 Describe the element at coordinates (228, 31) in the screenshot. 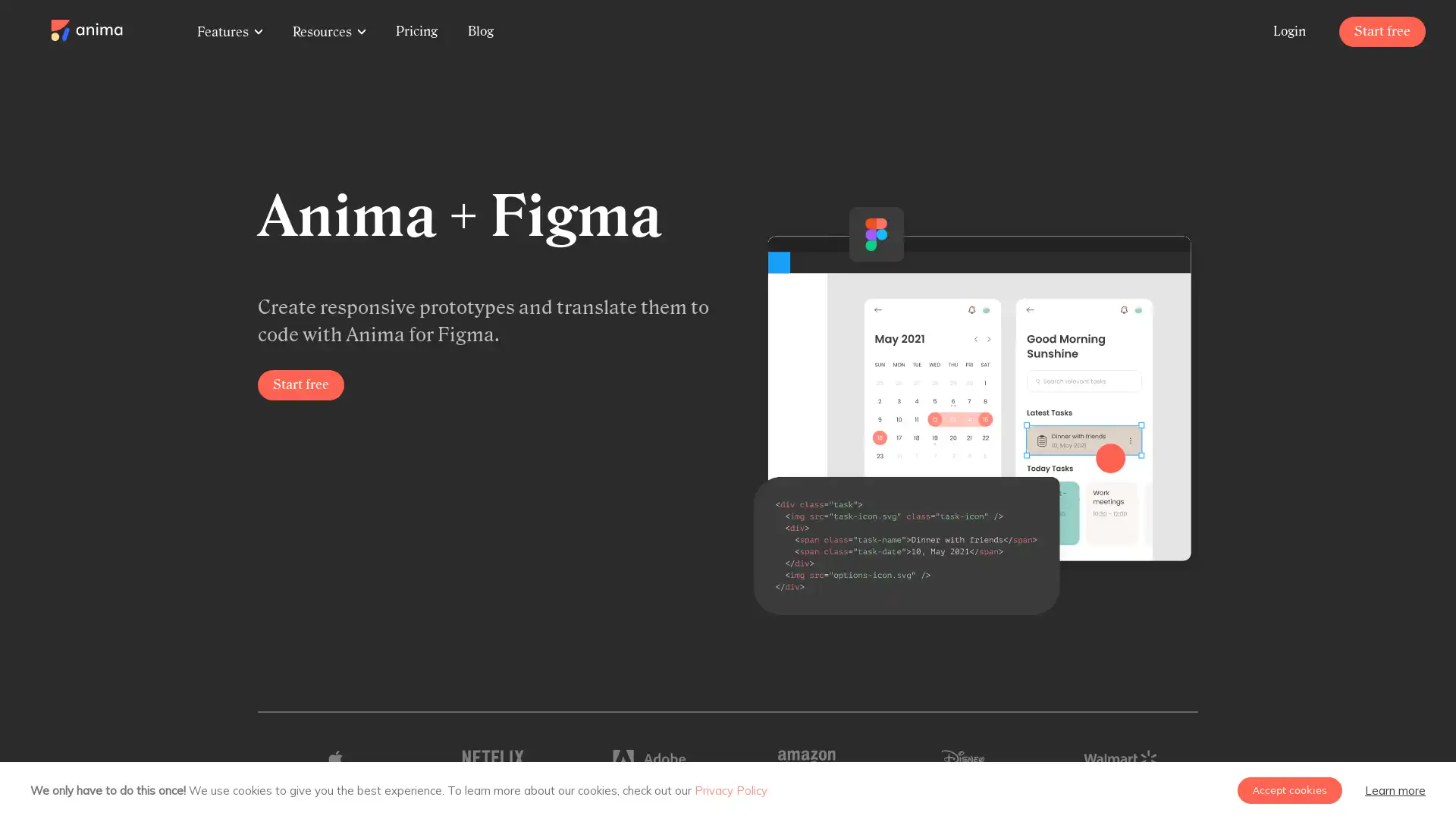

I see `Features` at that location.